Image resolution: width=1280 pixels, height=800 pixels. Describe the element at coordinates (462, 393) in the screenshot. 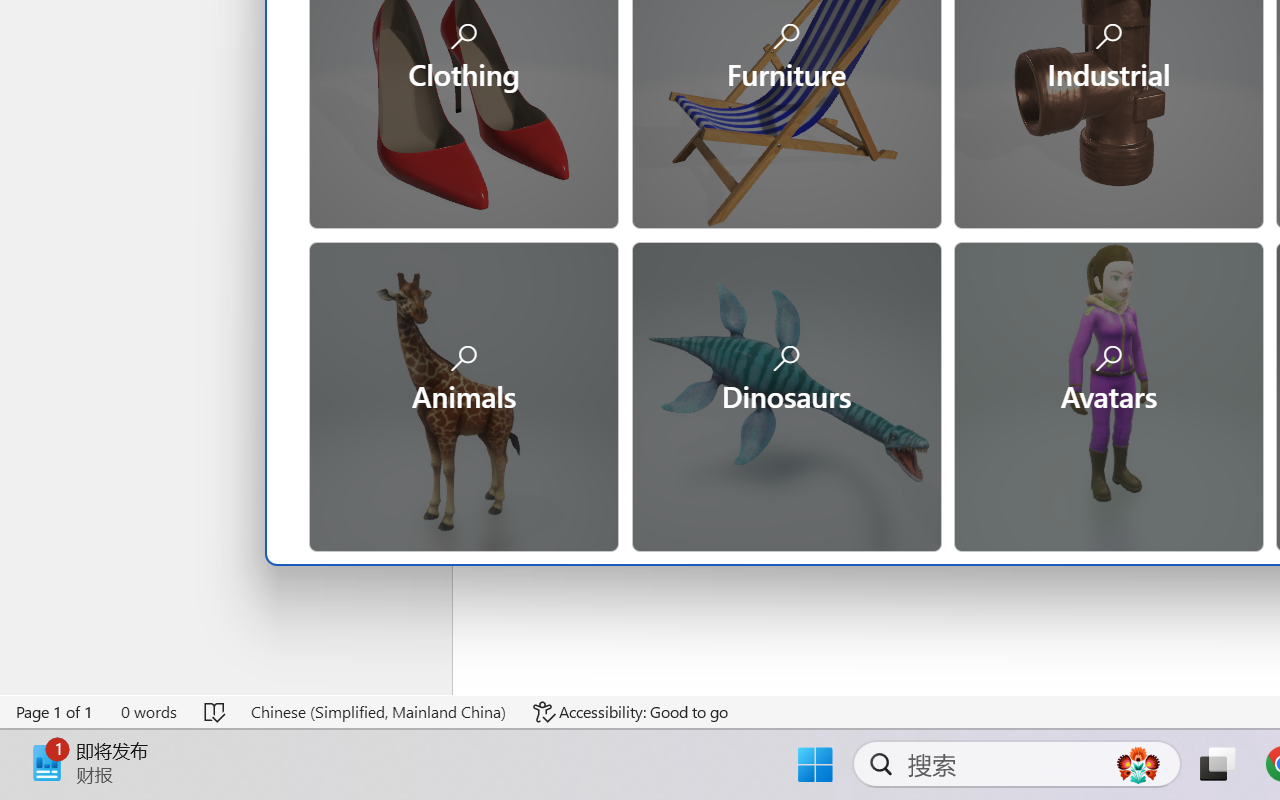

I see `'Animals'` at that location.